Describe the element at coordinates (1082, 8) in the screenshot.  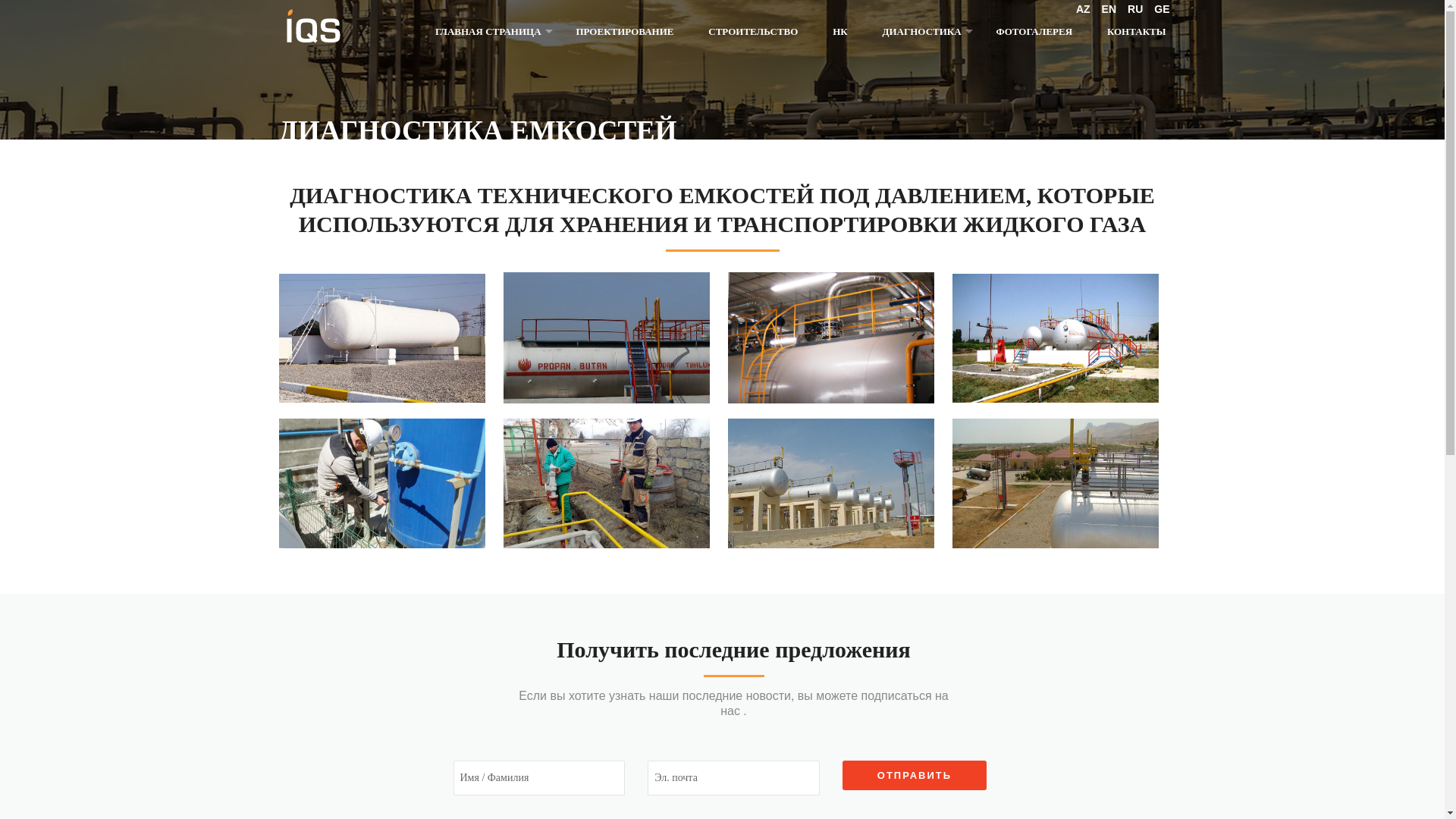
I see `'AZ'` at that location.